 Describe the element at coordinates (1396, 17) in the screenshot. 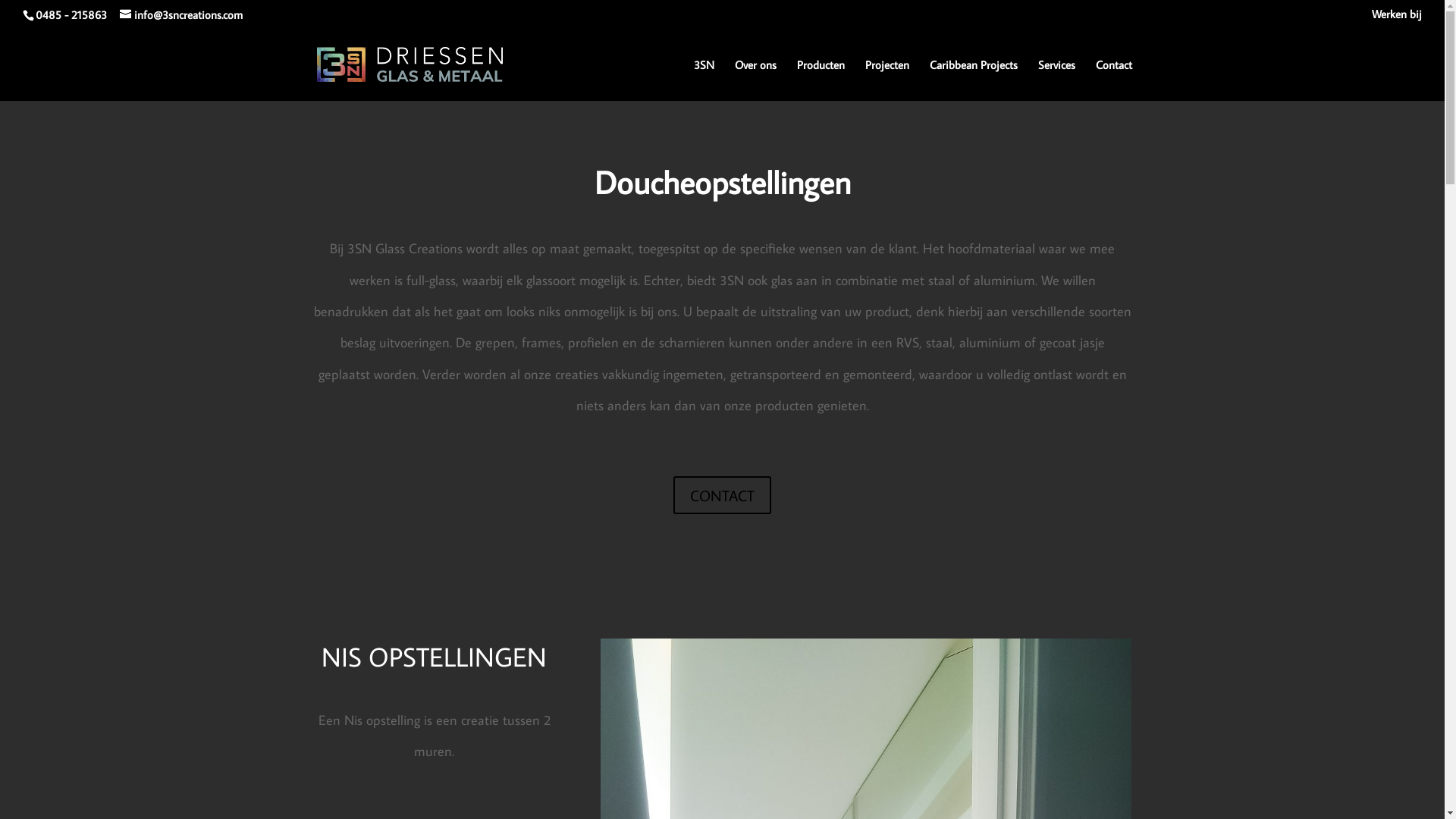

I see `'Werken bij'` at that location.